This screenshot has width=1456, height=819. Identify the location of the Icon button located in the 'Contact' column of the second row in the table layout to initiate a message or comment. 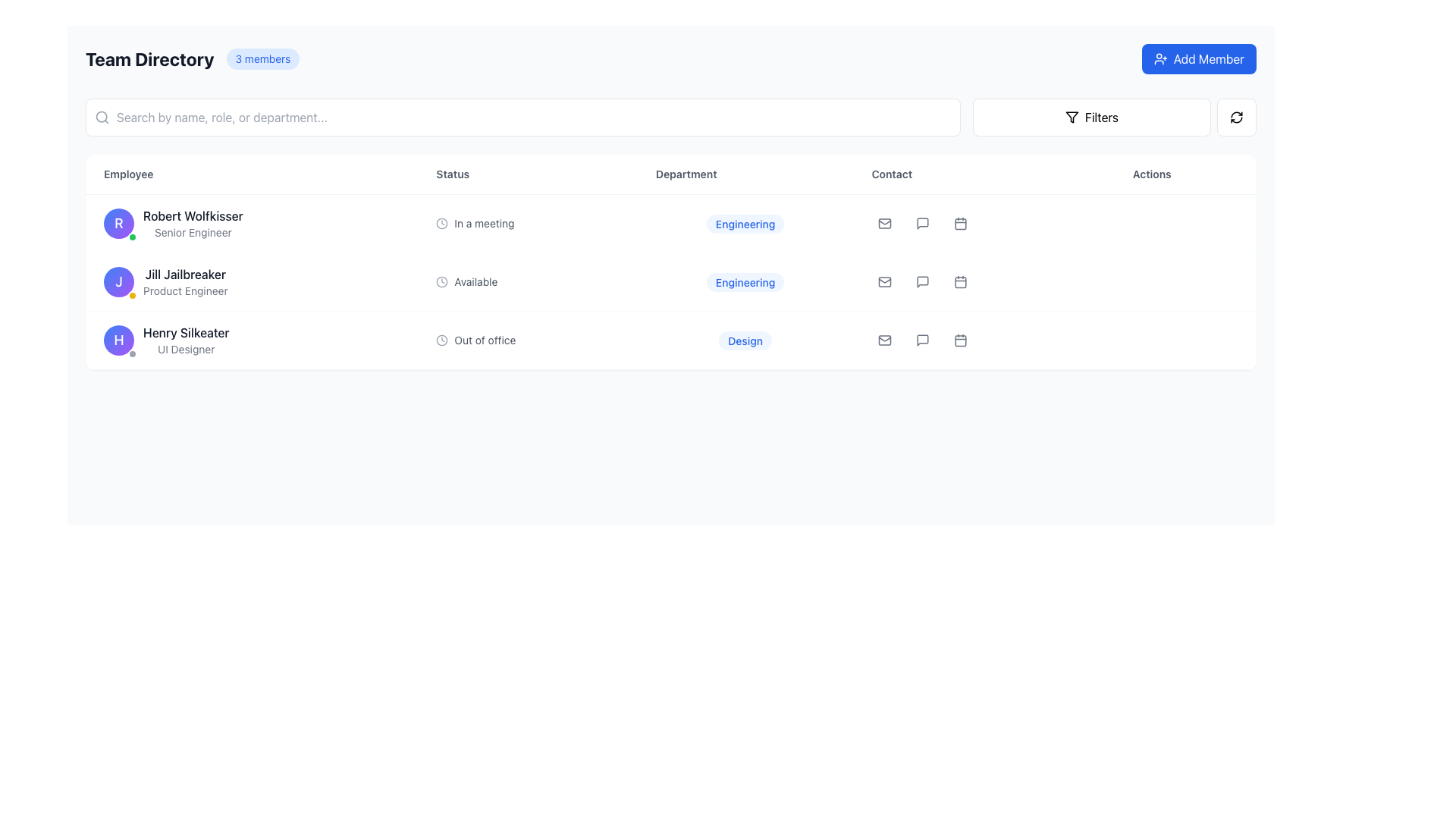
(921, 223).